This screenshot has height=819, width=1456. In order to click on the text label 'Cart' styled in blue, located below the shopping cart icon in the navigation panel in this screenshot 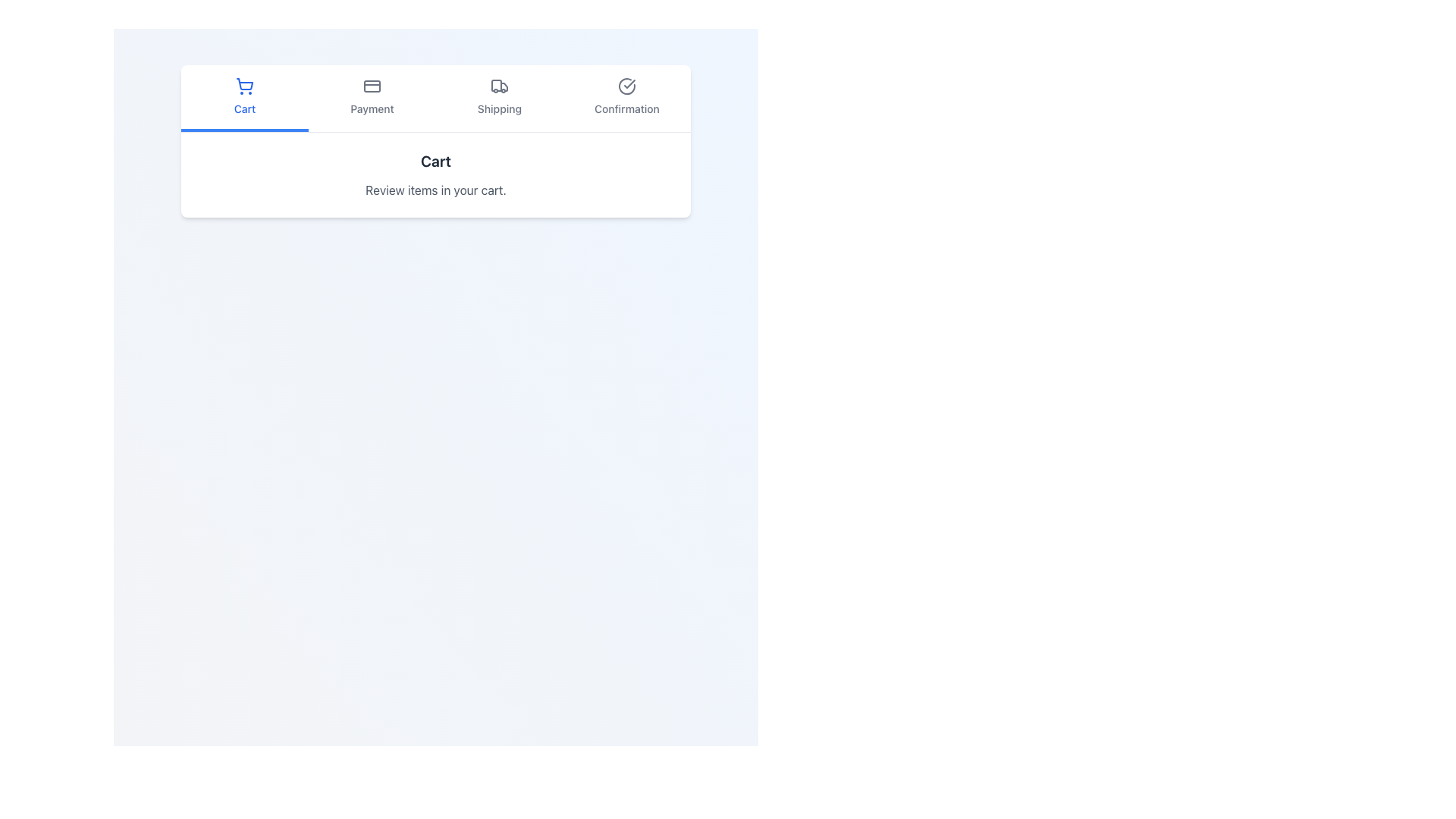, I will do `click(244, 108)`.